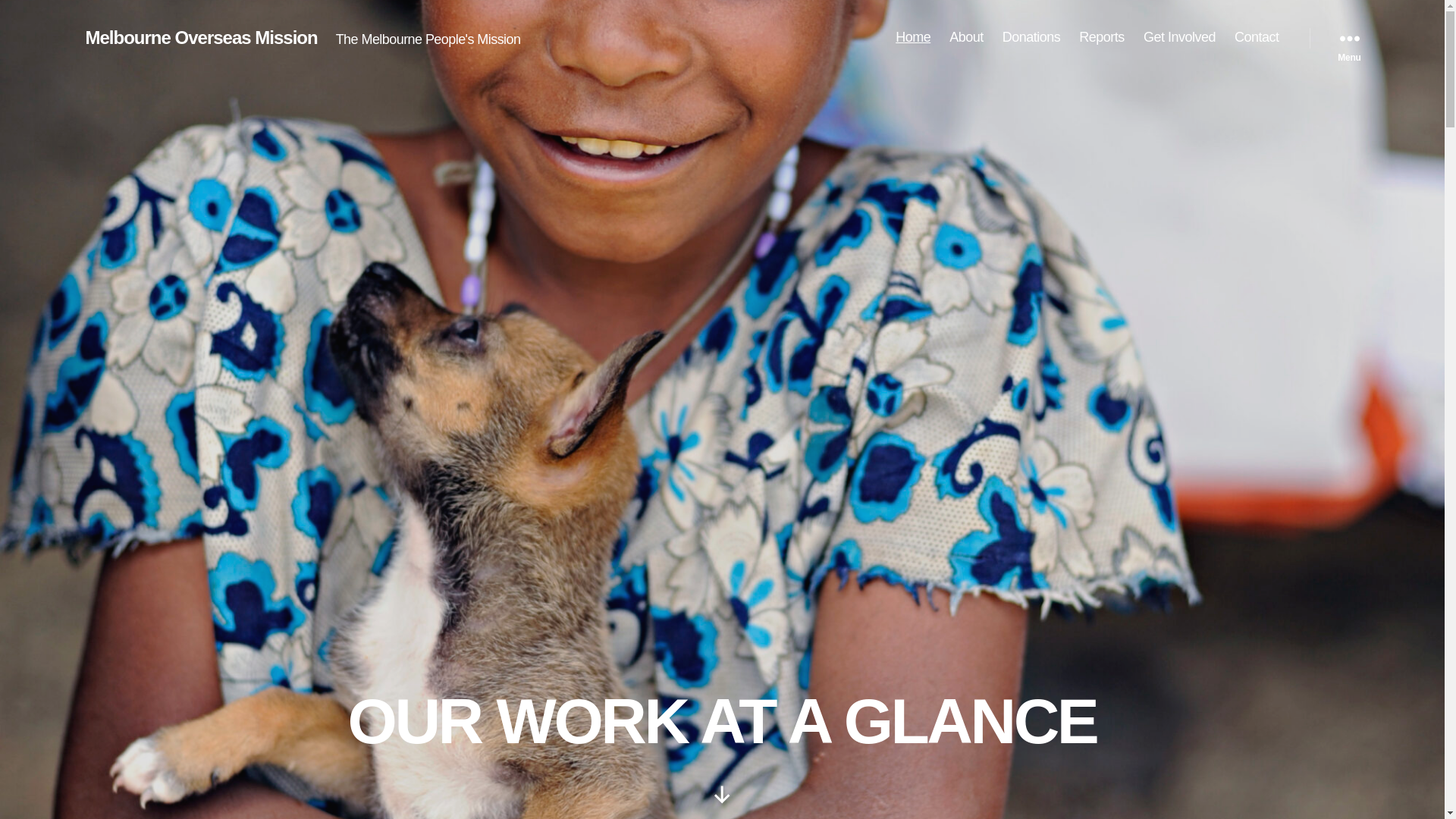 This screenshot has width=1456, height=819. What do you see at coordinates (1031, 37) in the screenshot?
I see `'Donations'` at bounding box center [1031, 37].